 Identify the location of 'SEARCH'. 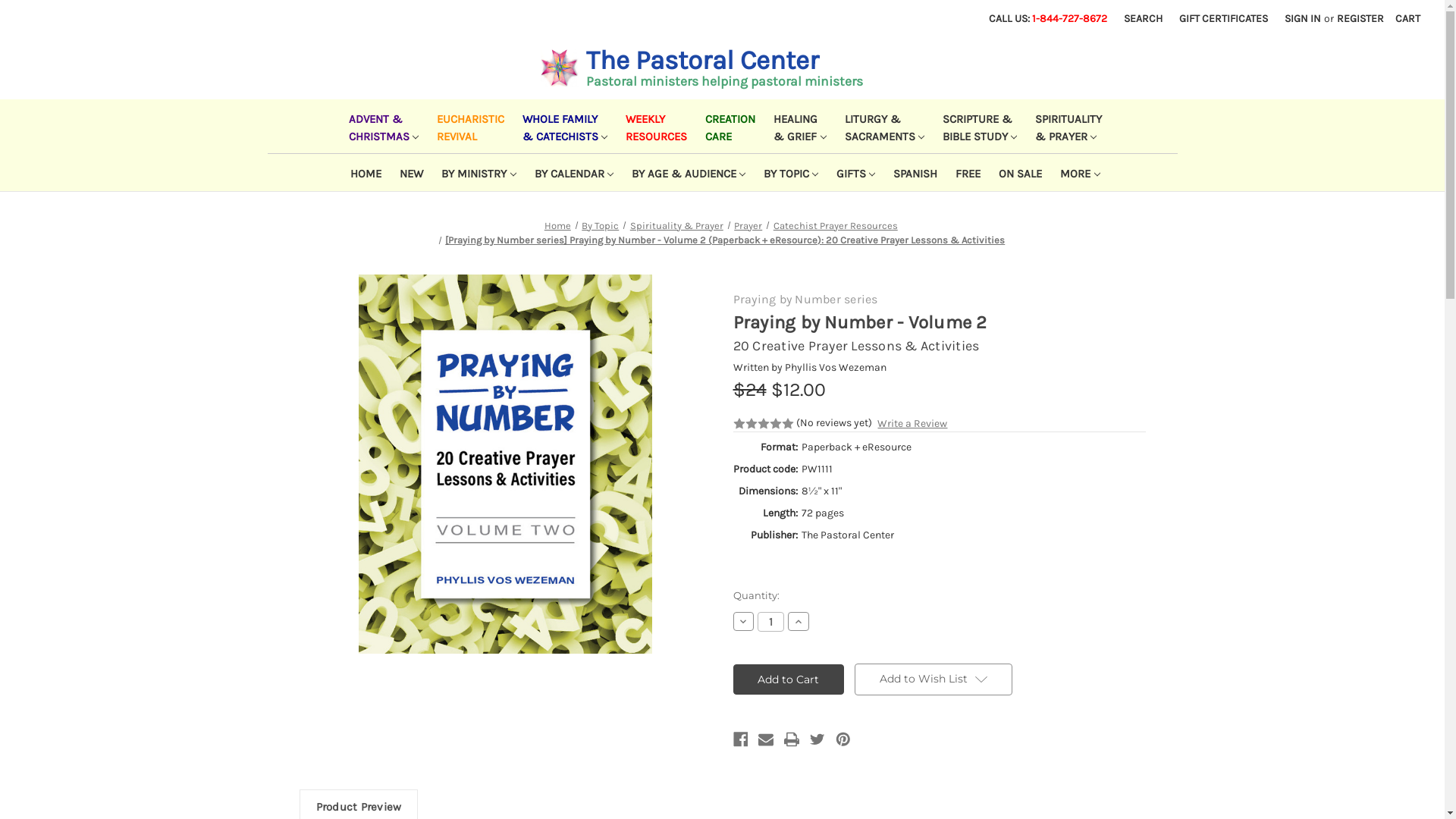
(1143, 18).